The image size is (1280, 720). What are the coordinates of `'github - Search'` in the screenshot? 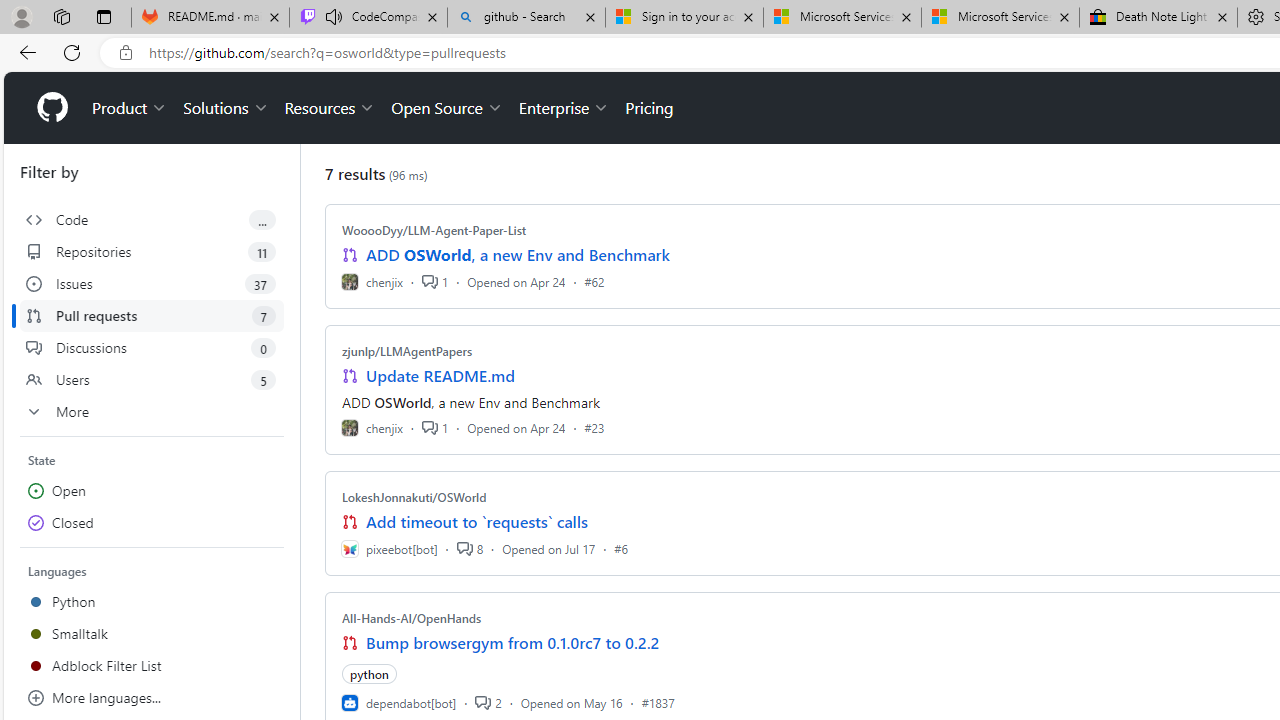 It's located at (526, 17).